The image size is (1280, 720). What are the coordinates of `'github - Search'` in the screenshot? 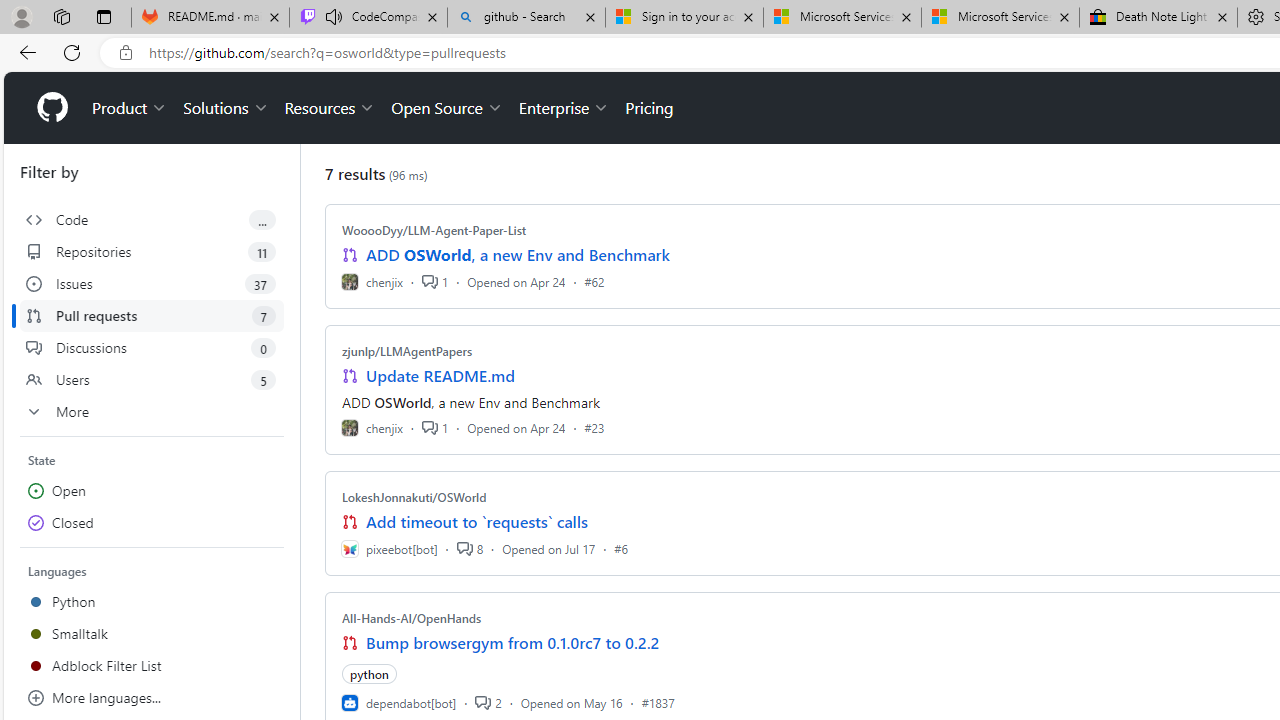 It's located at (526, 17).